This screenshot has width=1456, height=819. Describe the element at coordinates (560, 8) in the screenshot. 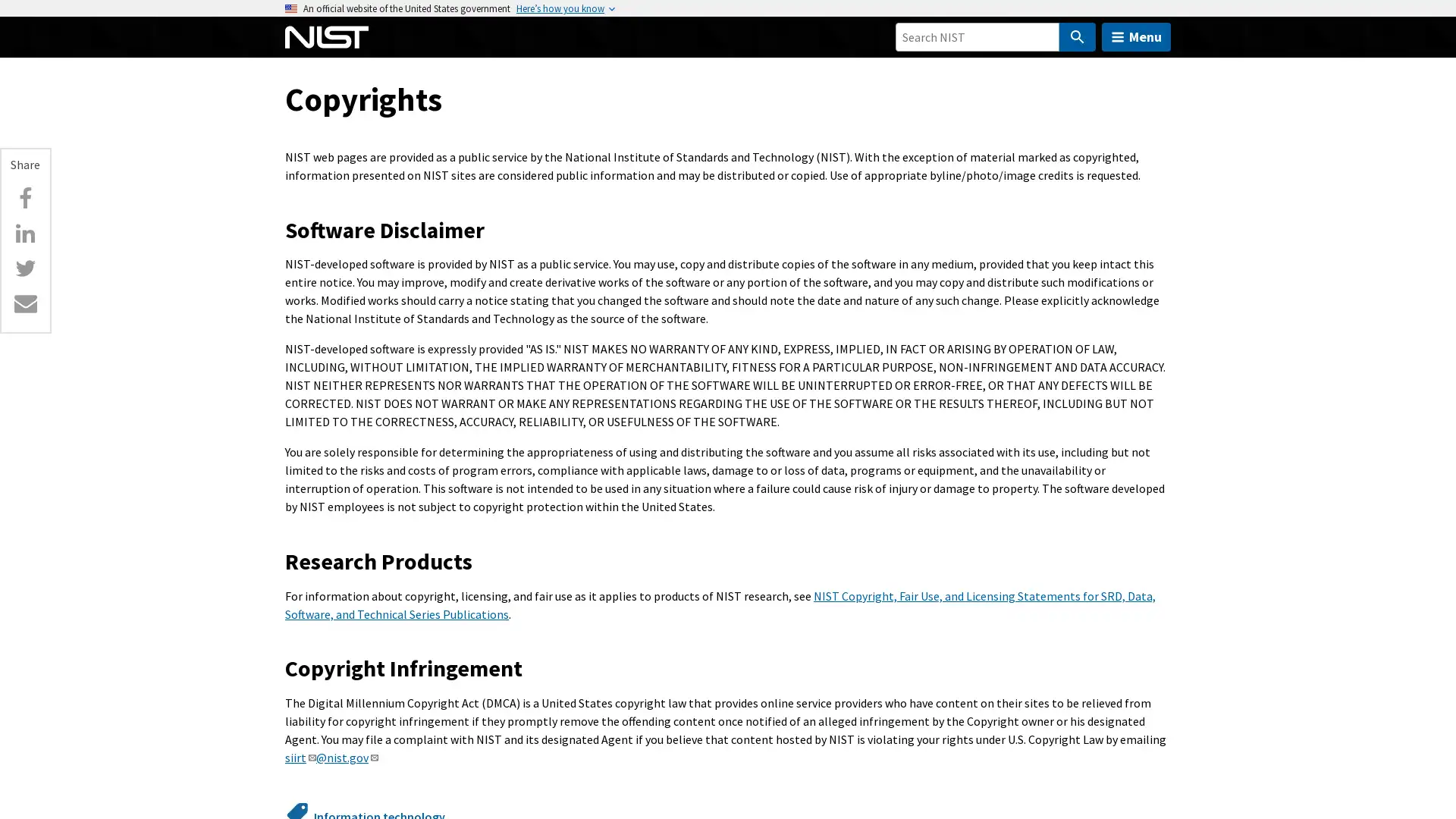

I see `Heres how you know` at that location.